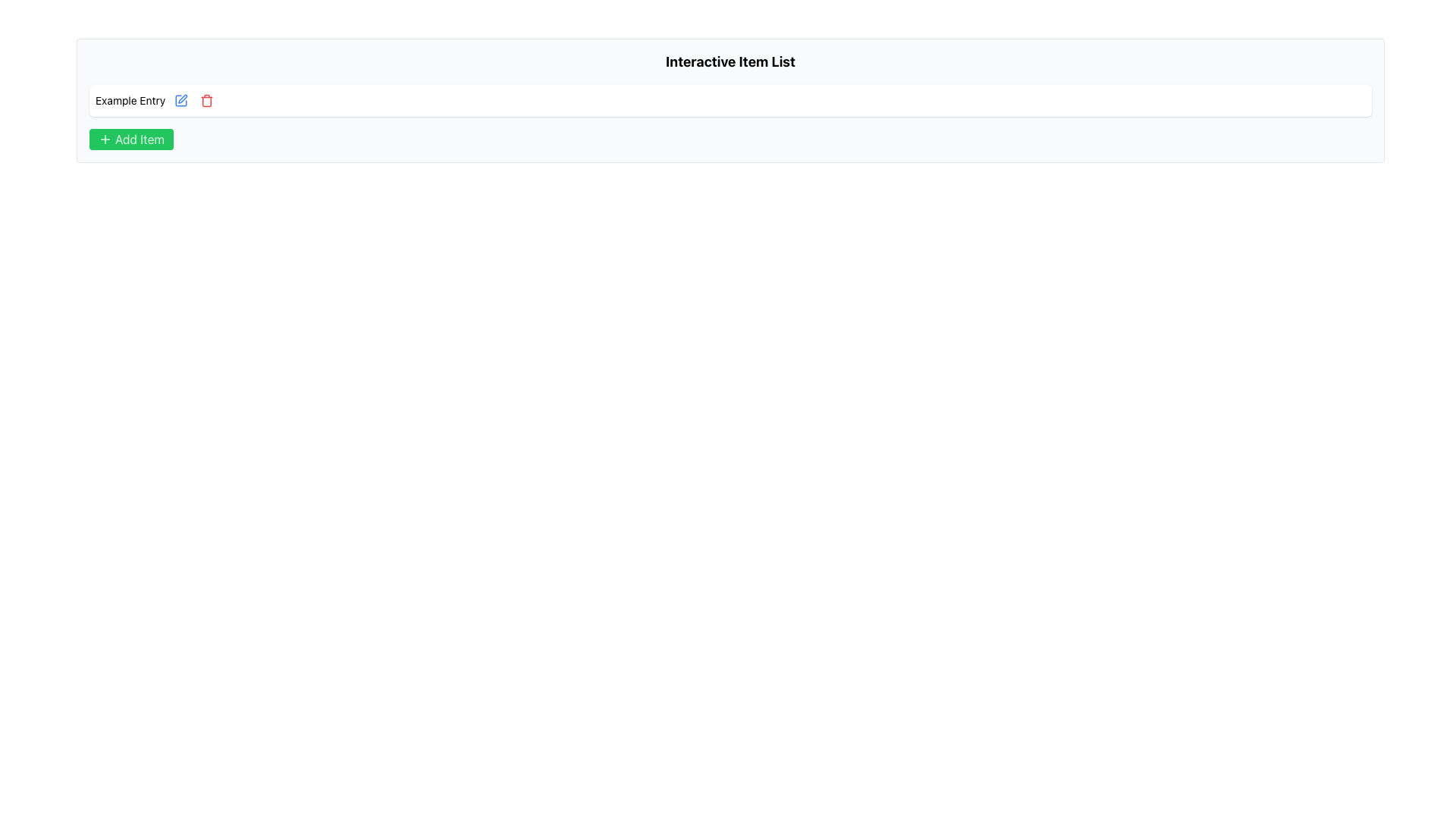 This screenshot has width=1456, height=819. Describe the element at coordinates (181, 100) in the screenshot. I see `the Edit button icon located in the interactive action bar to initiate editing for the 'Example Entry' item` at that location.